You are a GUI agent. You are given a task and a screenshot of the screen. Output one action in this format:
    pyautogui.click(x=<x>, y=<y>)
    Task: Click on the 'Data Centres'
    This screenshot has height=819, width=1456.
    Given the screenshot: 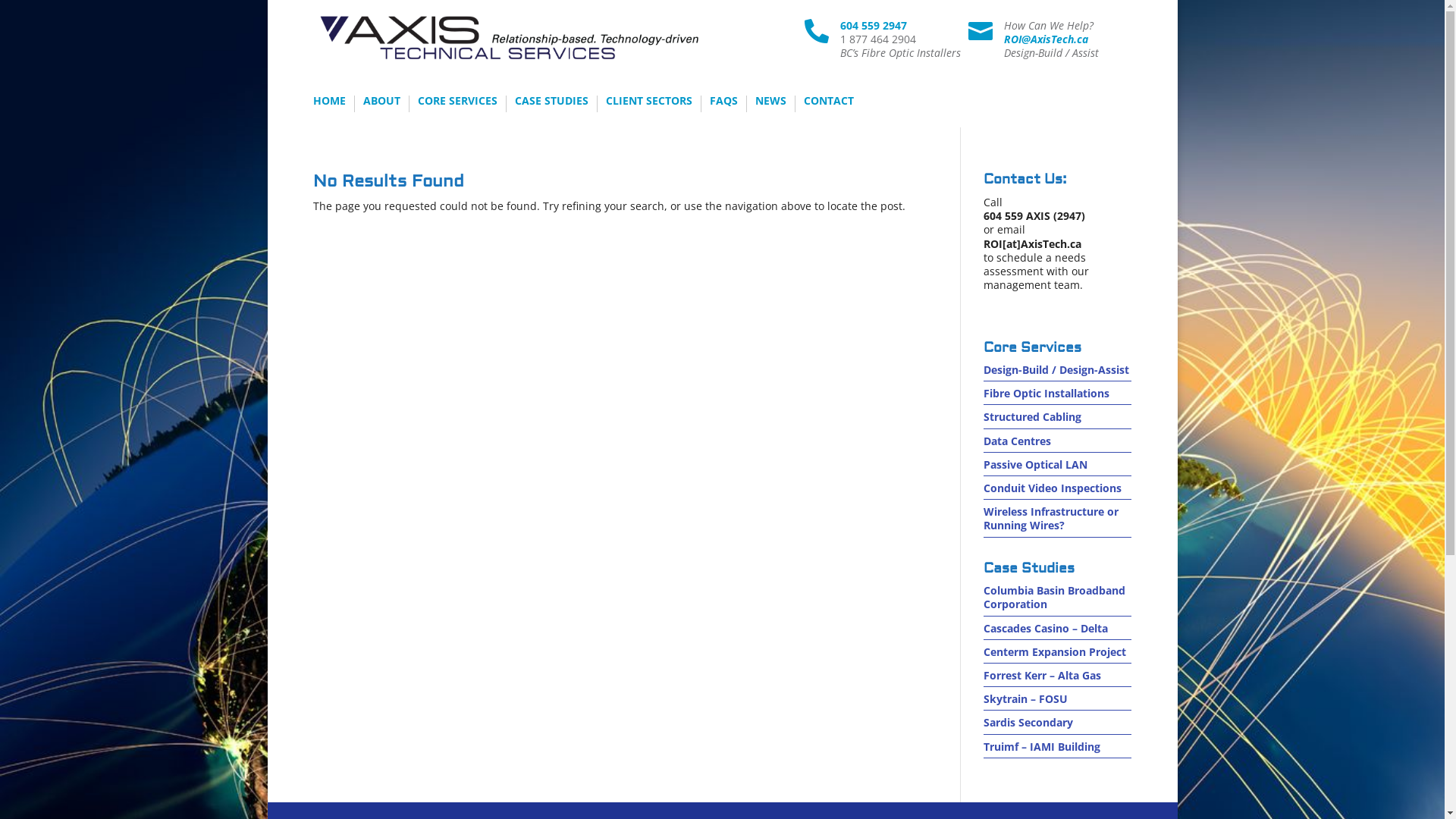 What is the action you would take?
    pyautogui.click(x=1017, y=441)
    